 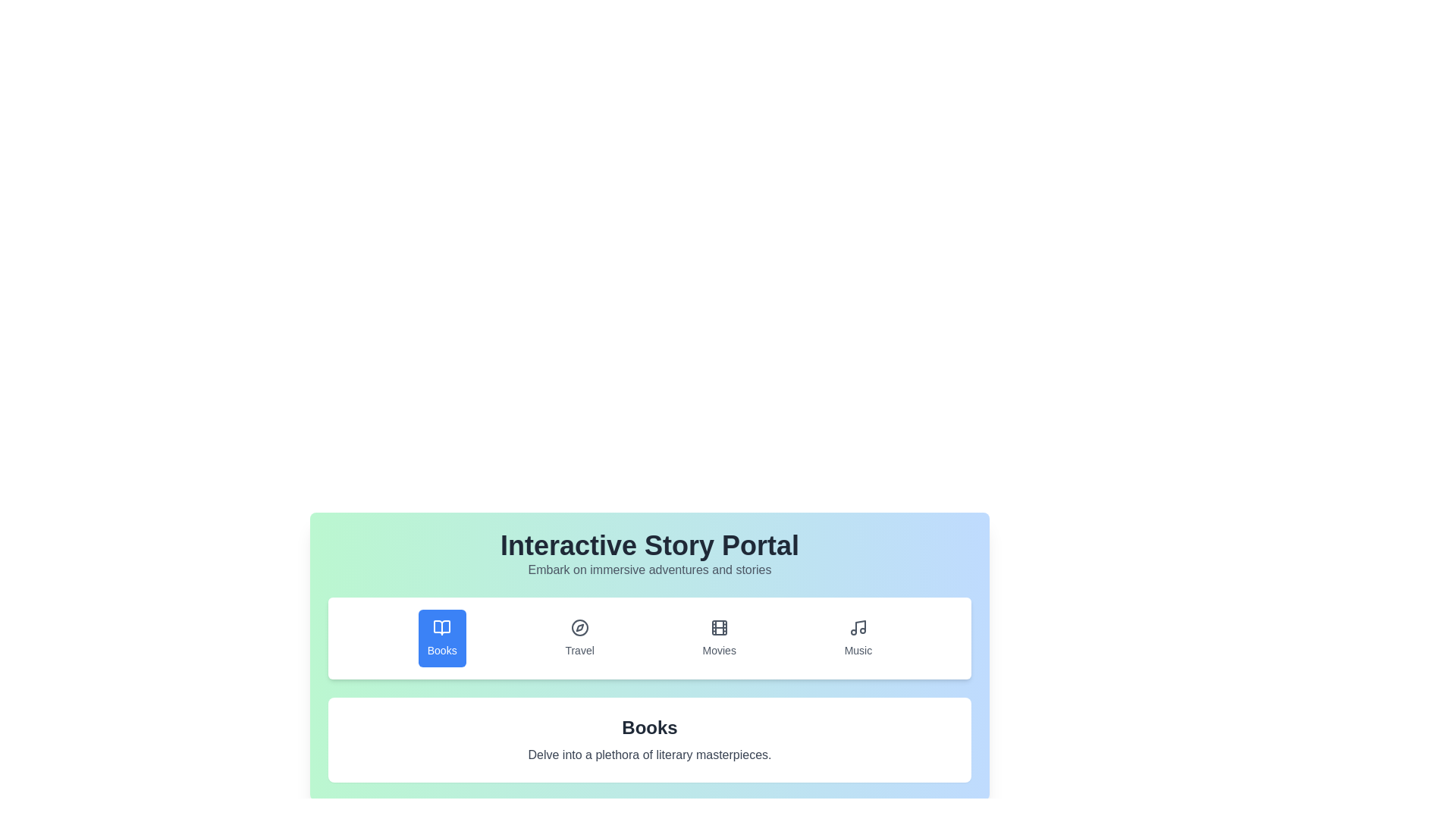 I want to click on the music category selection button, which is the rightmost button in a row of four buttons, so click(x=858, y=638).